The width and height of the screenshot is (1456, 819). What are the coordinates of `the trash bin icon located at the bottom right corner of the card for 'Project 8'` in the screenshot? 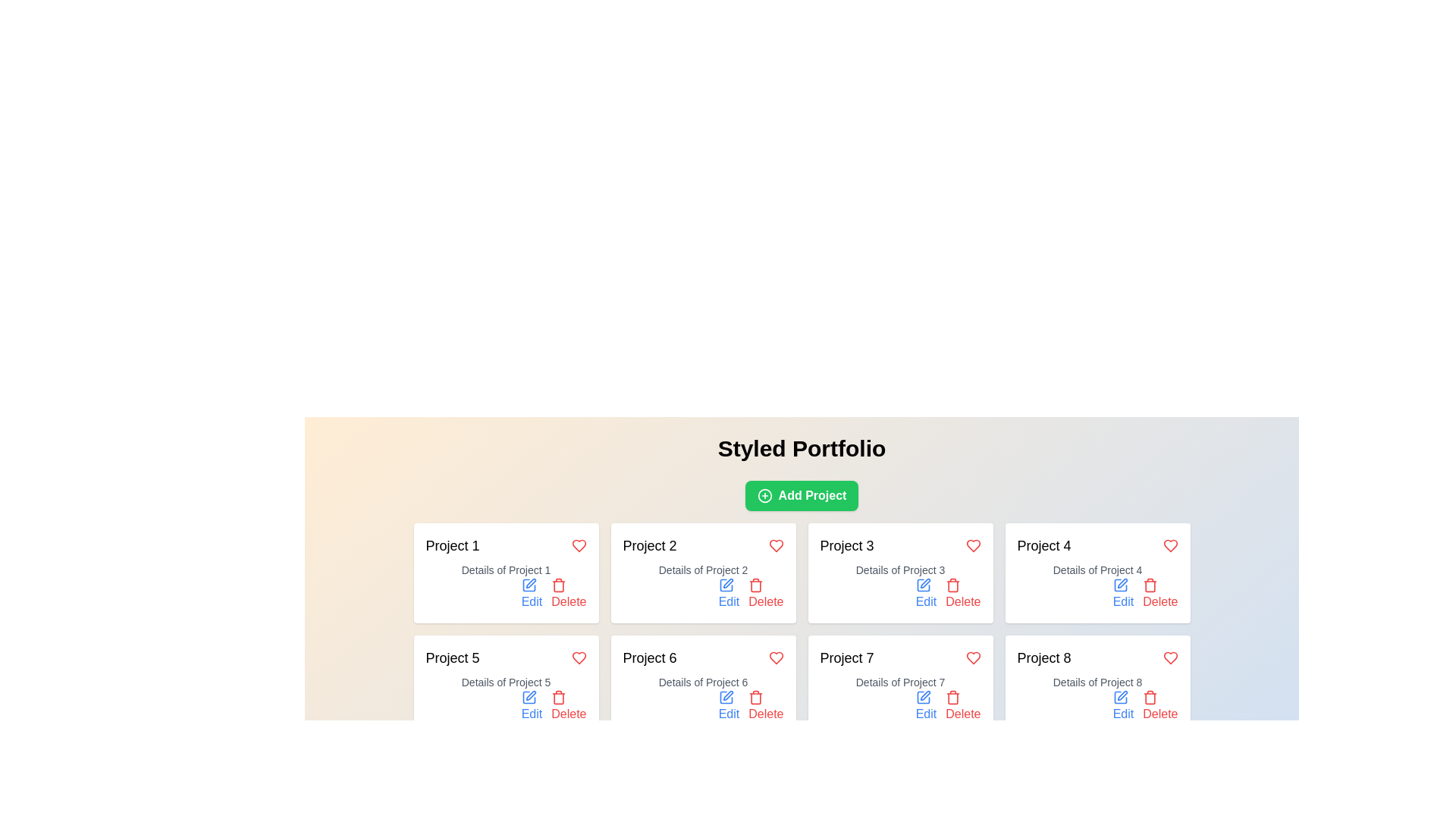 It's located at (1150, 698).